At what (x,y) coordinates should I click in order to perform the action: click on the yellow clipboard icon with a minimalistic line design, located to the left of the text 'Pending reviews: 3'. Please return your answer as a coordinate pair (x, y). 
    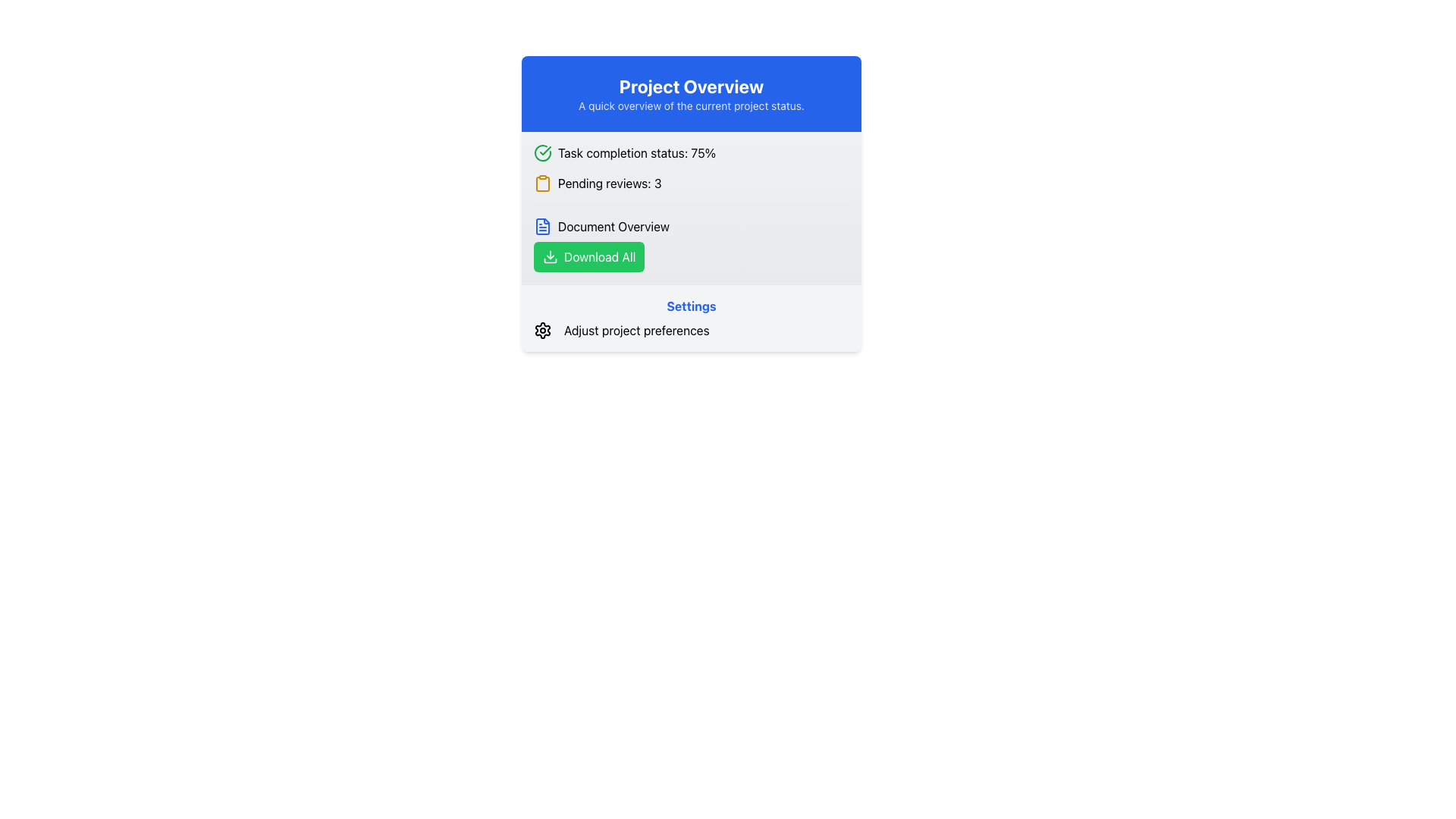
    Looking at the image, I should click on (542, 183).